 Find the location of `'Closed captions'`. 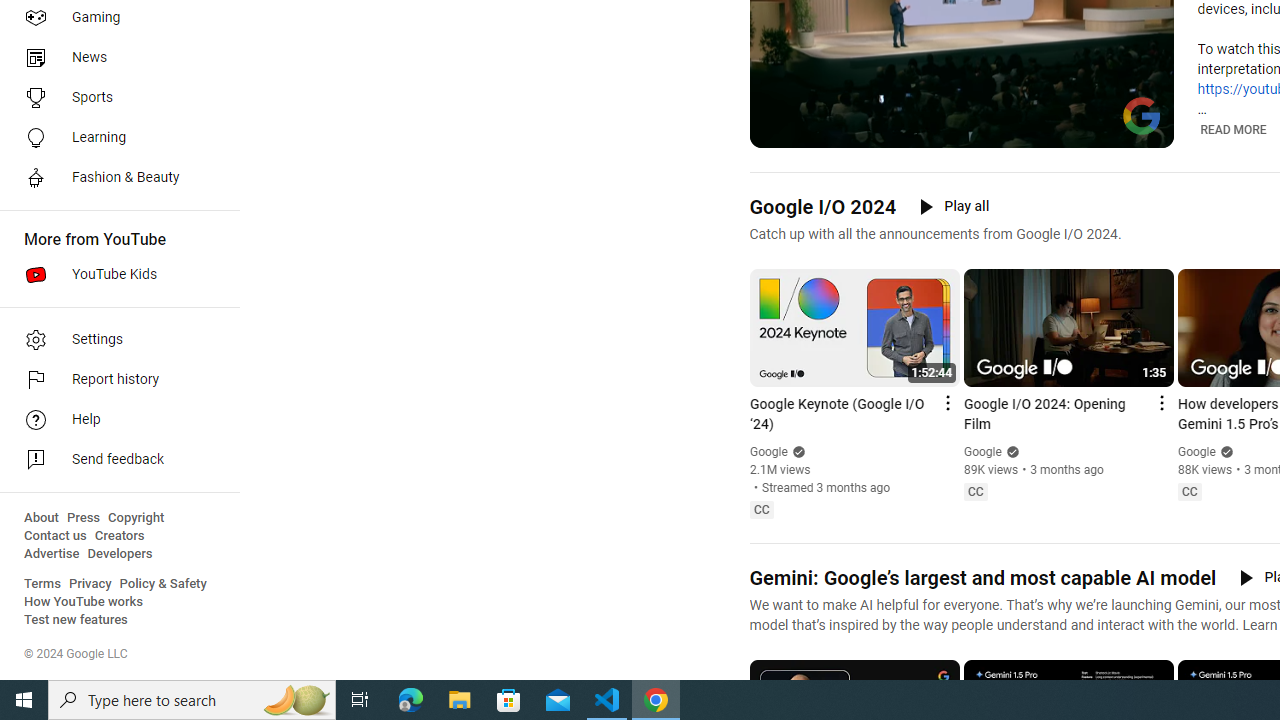

'Closed captions' is located at coordinates (1189, 492).